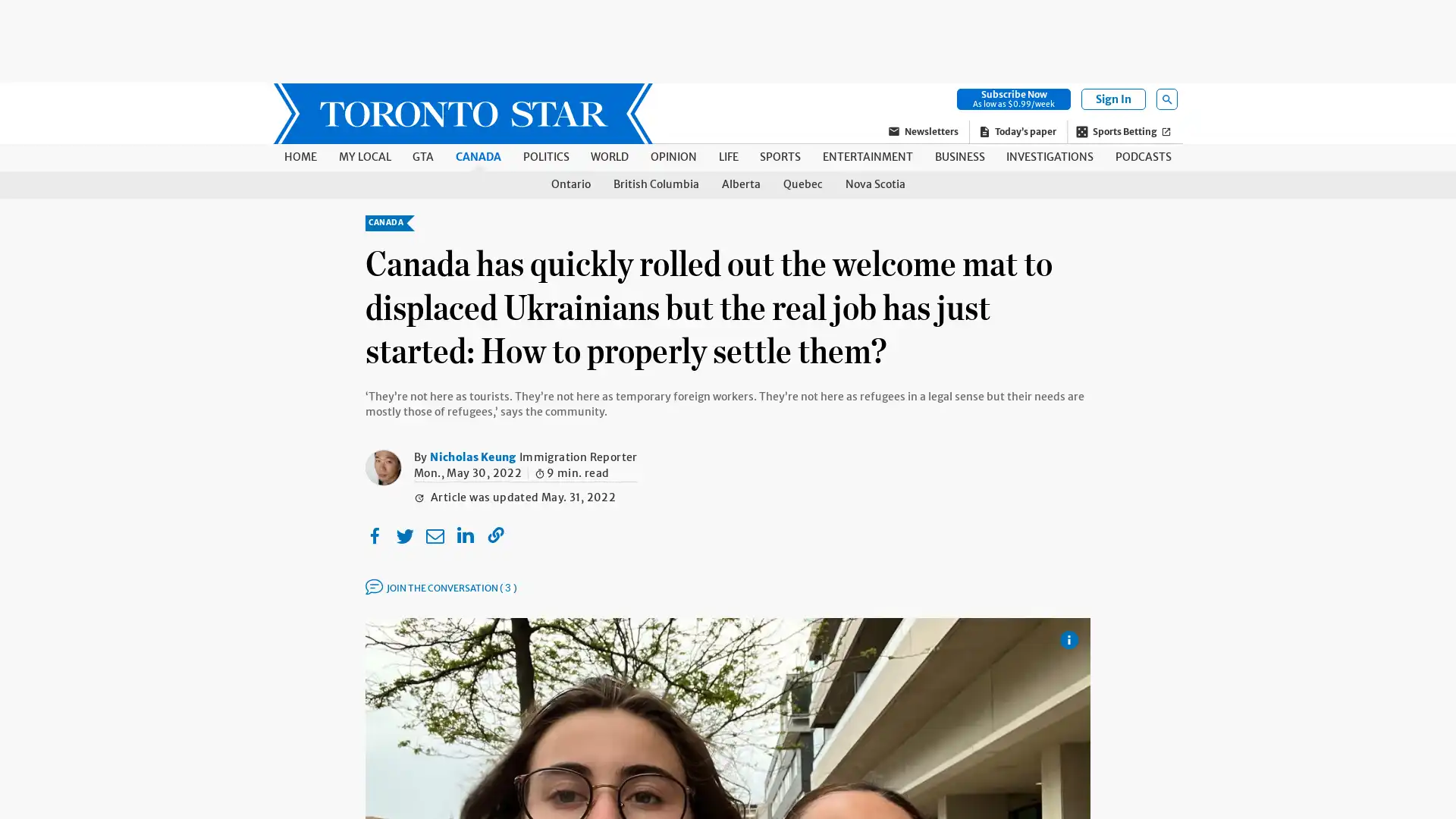  I want to click on Sign In, so click(1113, 99).